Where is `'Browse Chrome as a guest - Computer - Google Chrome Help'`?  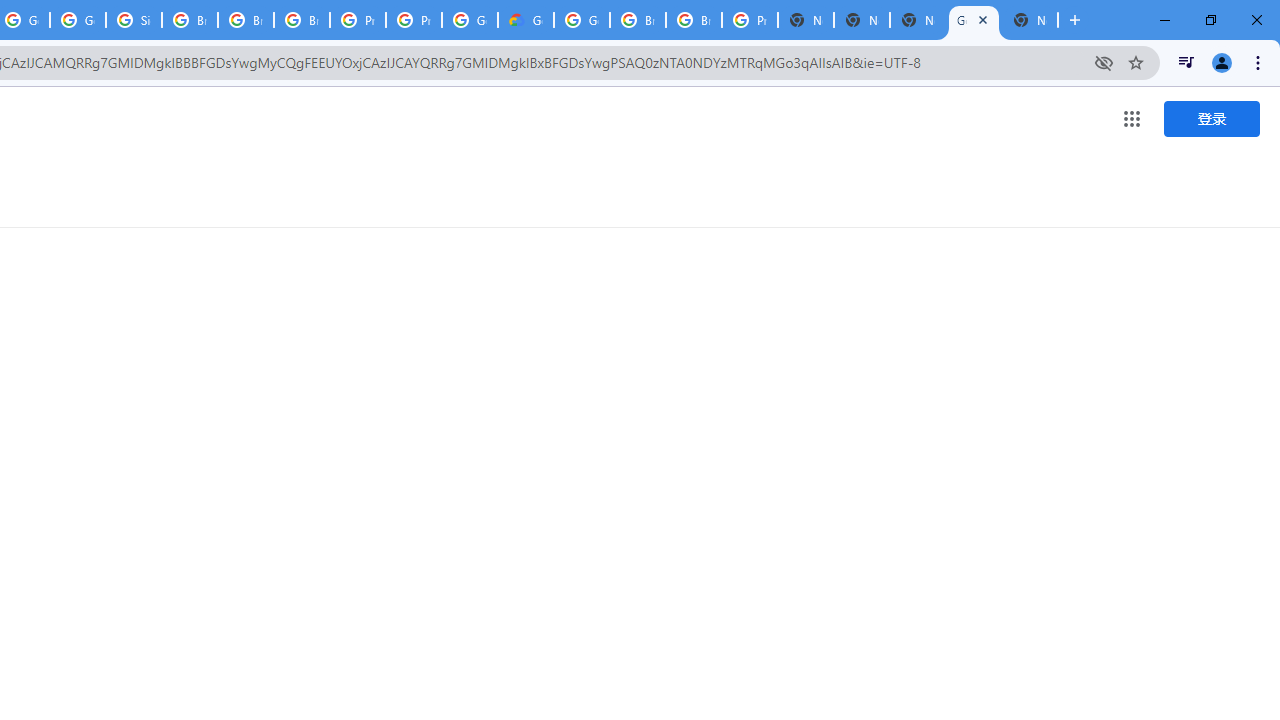
'Browse Chrome as a guest - Computer - Google Chrome Help' is located at coordinates (693, 20).